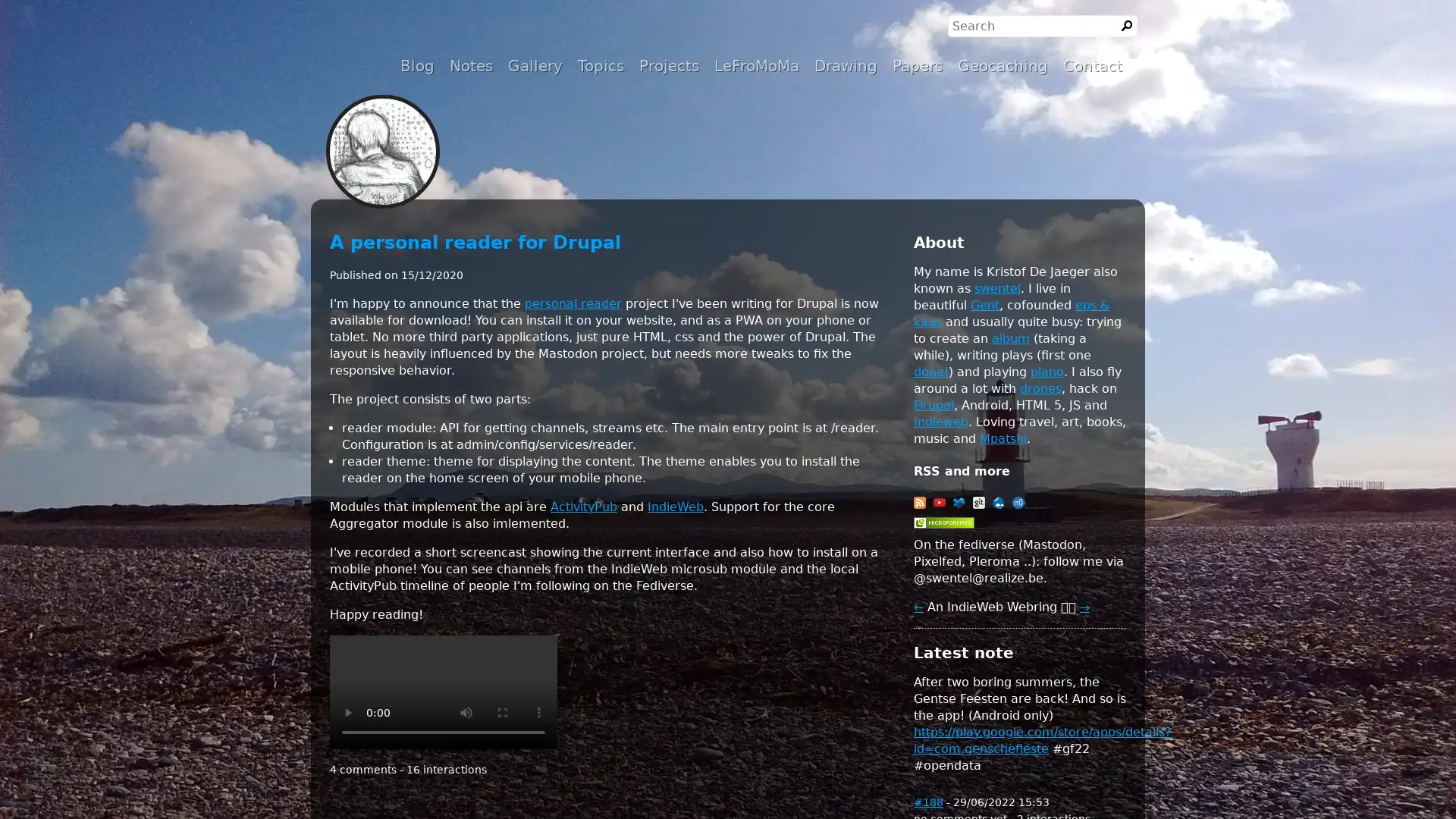 The height and width of the screenshot is (819, 1456). Describe the element at coordinates (465, 711) in the screenshot. I see `mute` at that location.